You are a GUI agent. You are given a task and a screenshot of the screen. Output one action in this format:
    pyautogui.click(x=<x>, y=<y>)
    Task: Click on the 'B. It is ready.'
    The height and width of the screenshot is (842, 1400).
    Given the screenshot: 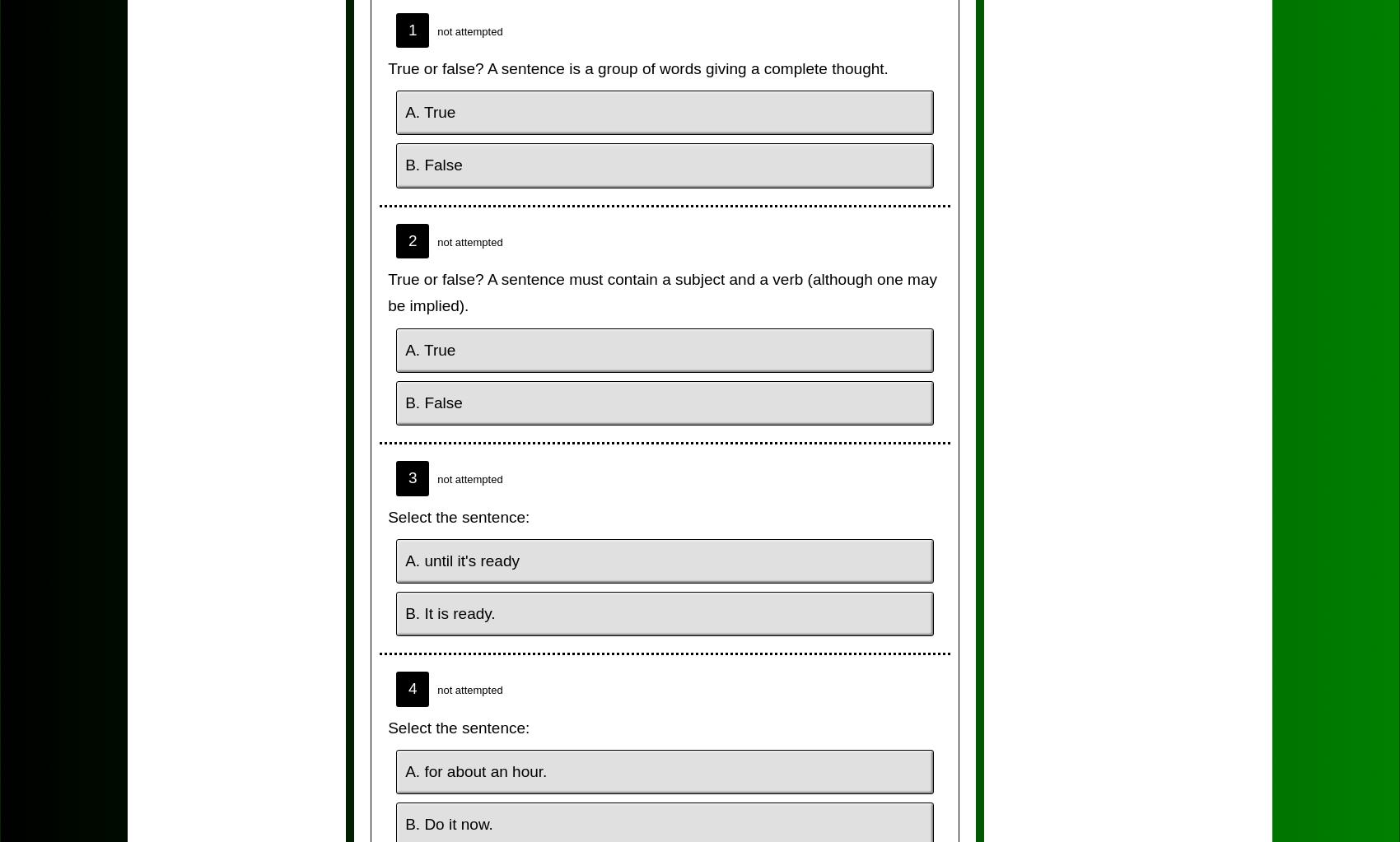 What is the action you would take?
    pyautogui.click(x=449, y=613)
    